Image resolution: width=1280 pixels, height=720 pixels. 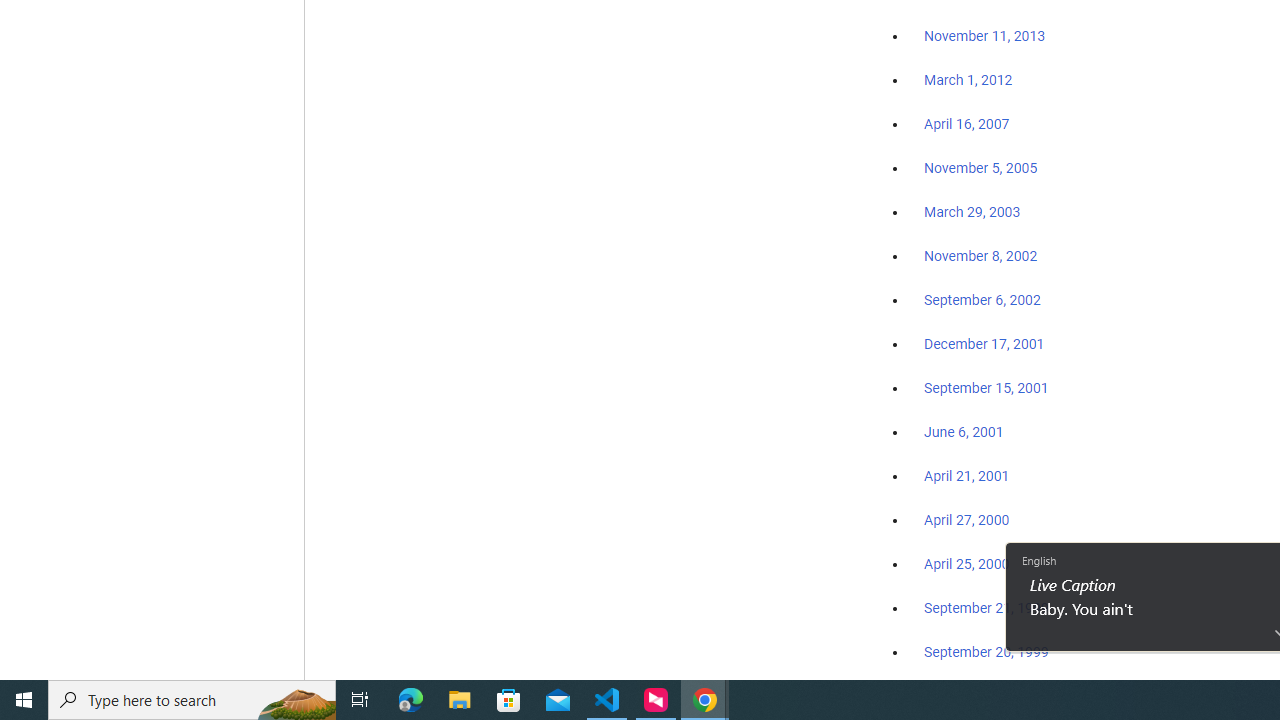 I want to click on 'November 11, 2013', so click(x=984, y=37).